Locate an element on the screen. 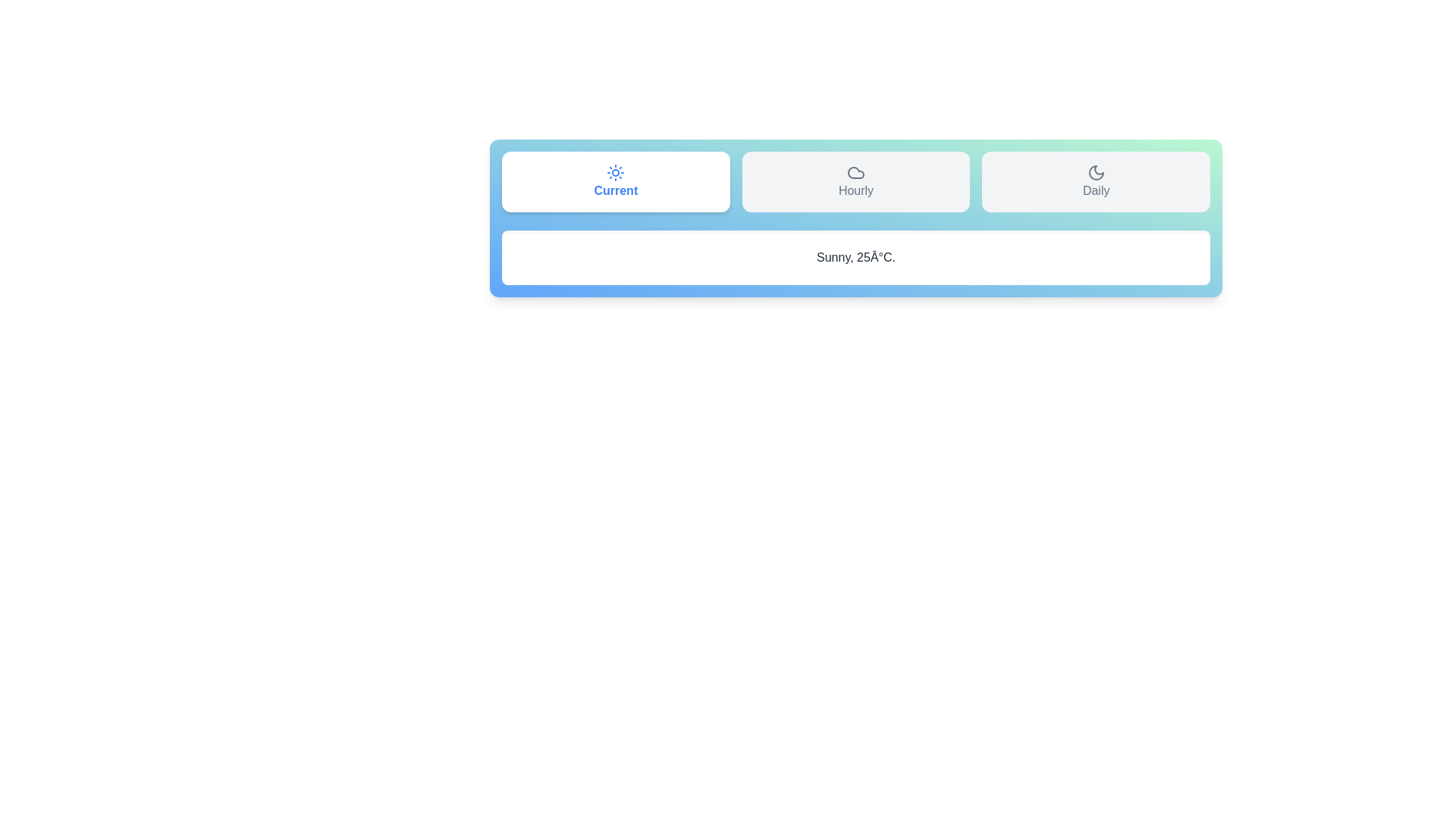 The width and height of the screenshot is (1456, 819). the Daily tab is located at coordinates (1095, 180).